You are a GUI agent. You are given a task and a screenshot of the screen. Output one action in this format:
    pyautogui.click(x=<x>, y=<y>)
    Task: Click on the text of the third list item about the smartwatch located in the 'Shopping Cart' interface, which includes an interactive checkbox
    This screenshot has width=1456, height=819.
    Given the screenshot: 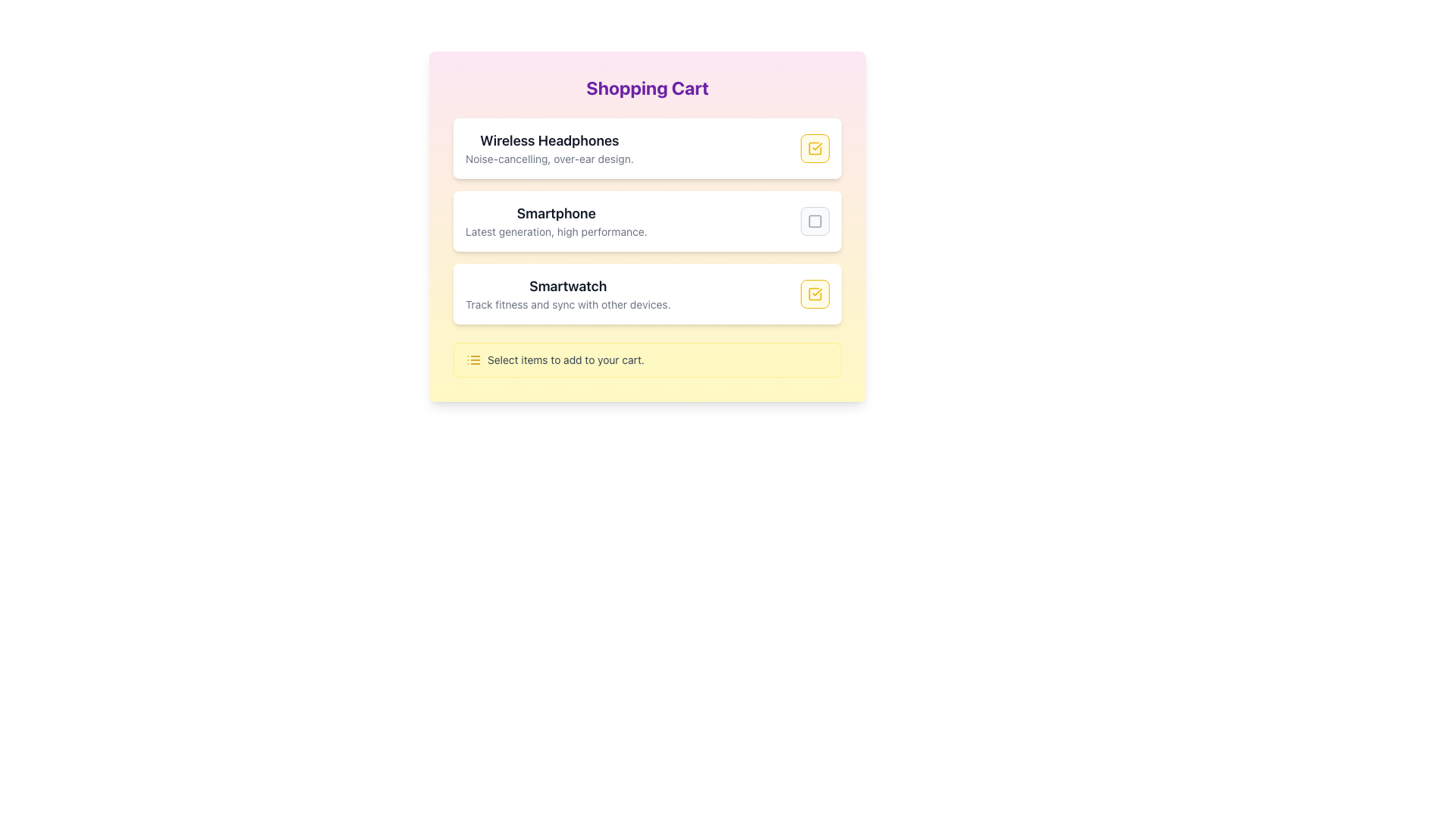 What is the action you would take?
    pyautogui.click(x=648, y=294)
    